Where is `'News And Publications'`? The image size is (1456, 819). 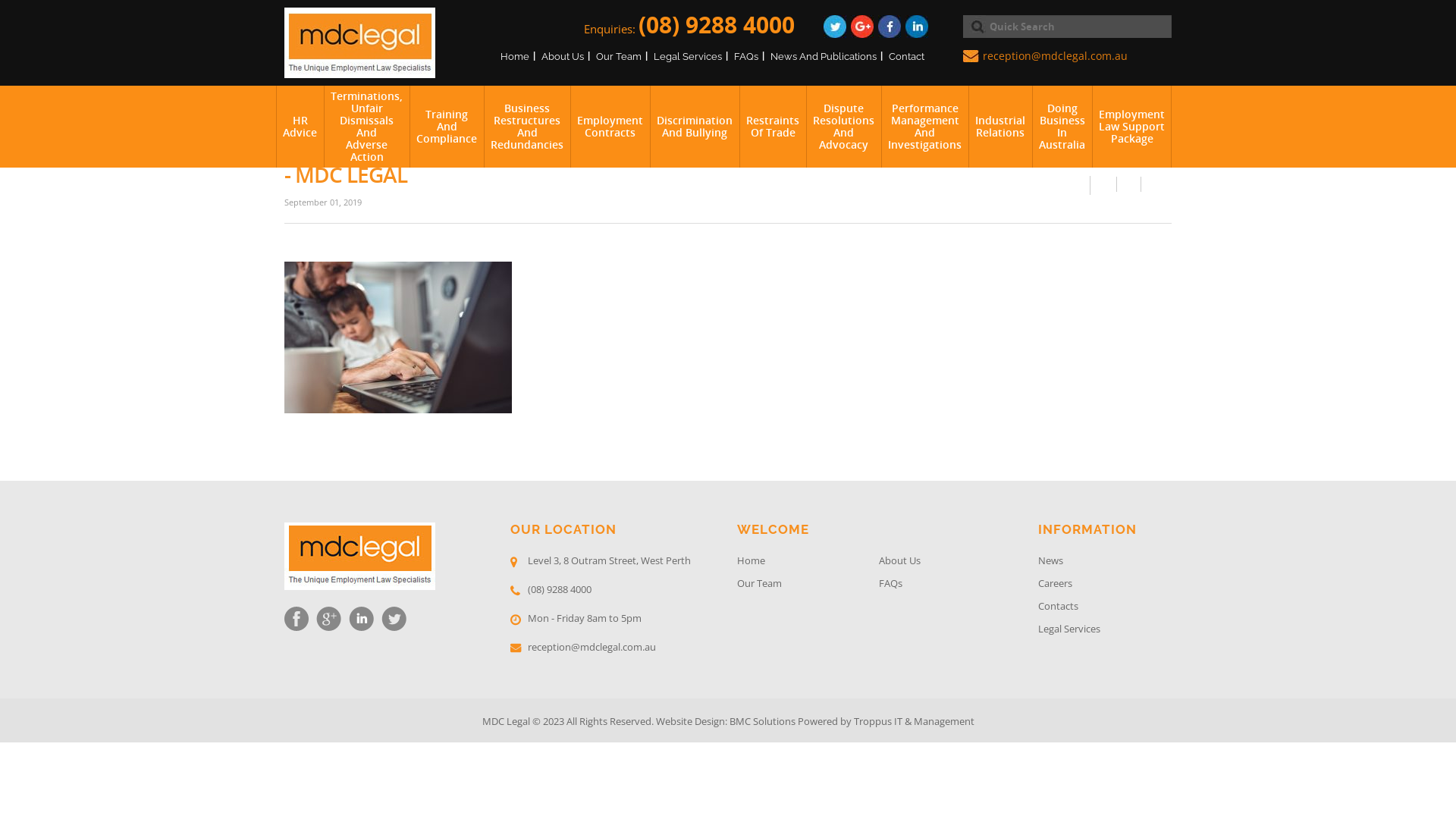 'News And Publications' is located at coordinates (822, 55).